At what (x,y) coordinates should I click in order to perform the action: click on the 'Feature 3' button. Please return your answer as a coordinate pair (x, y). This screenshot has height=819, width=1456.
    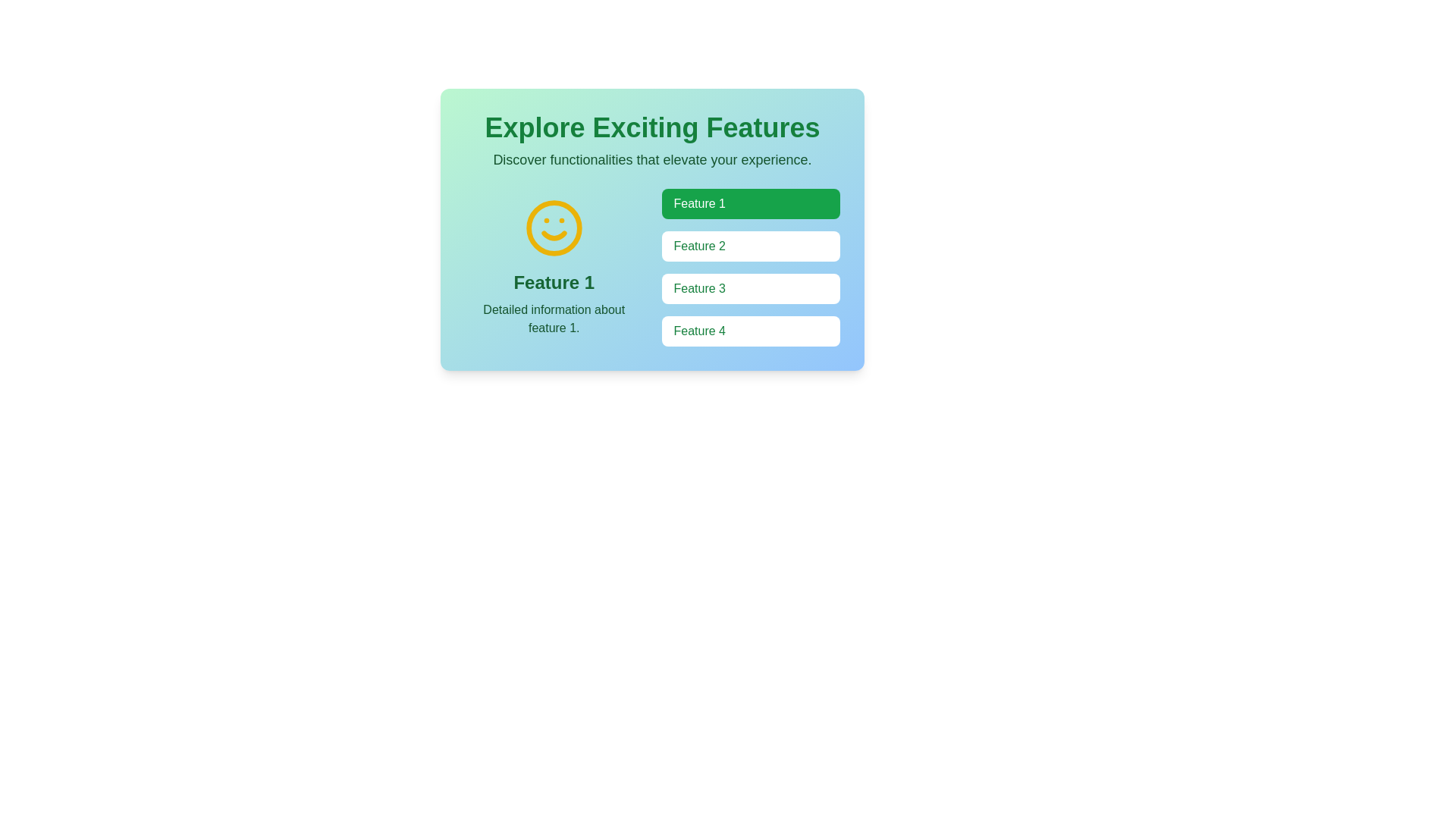
    Looking at the image, I should click on (751, 289).